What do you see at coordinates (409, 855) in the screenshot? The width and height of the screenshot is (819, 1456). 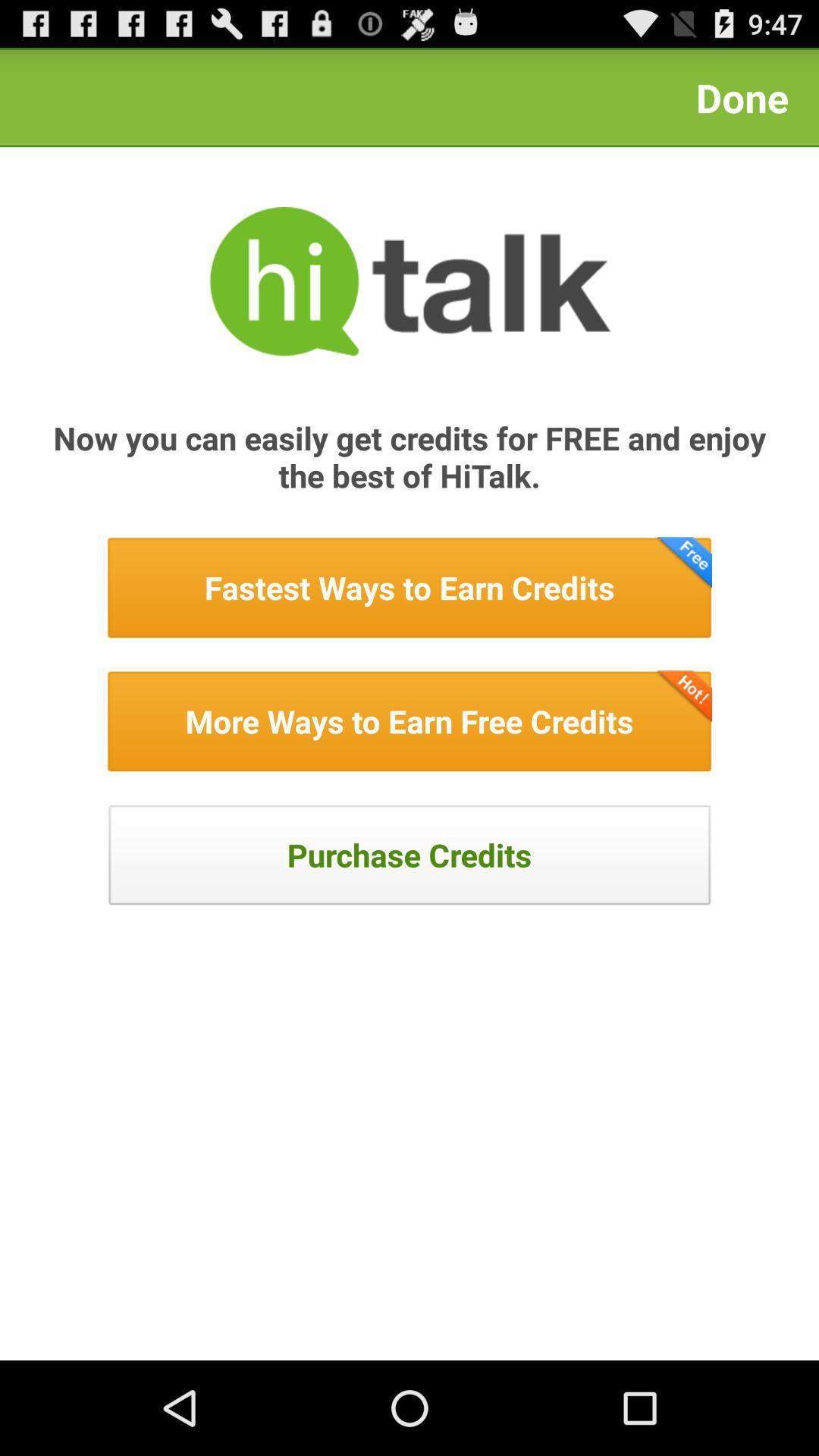 I see `buy credits` at bounding box center [409, 855].